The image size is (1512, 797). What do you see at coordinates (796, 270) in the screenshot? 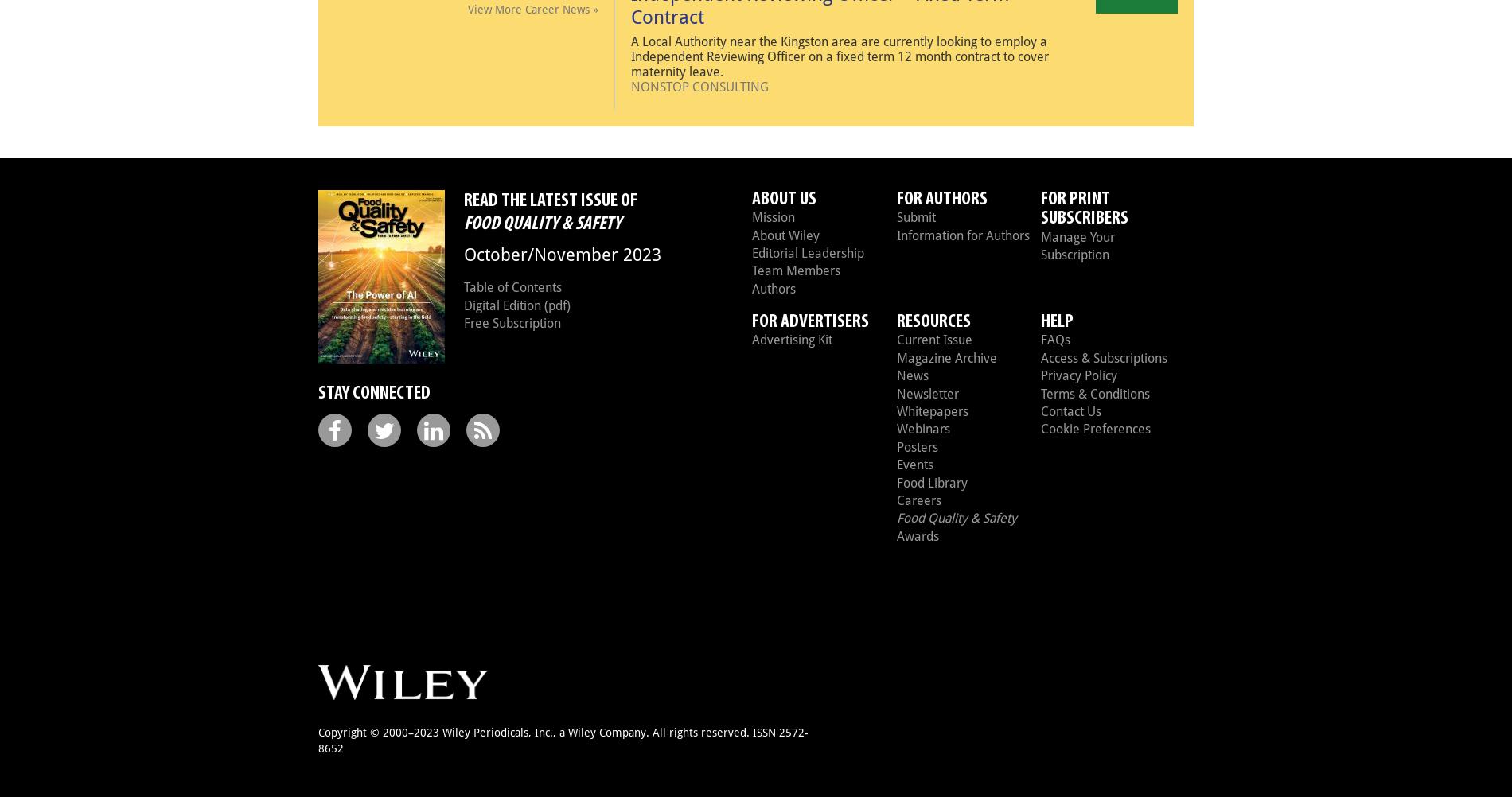
I see `'Team Members'` at bounding box center [796, 270].